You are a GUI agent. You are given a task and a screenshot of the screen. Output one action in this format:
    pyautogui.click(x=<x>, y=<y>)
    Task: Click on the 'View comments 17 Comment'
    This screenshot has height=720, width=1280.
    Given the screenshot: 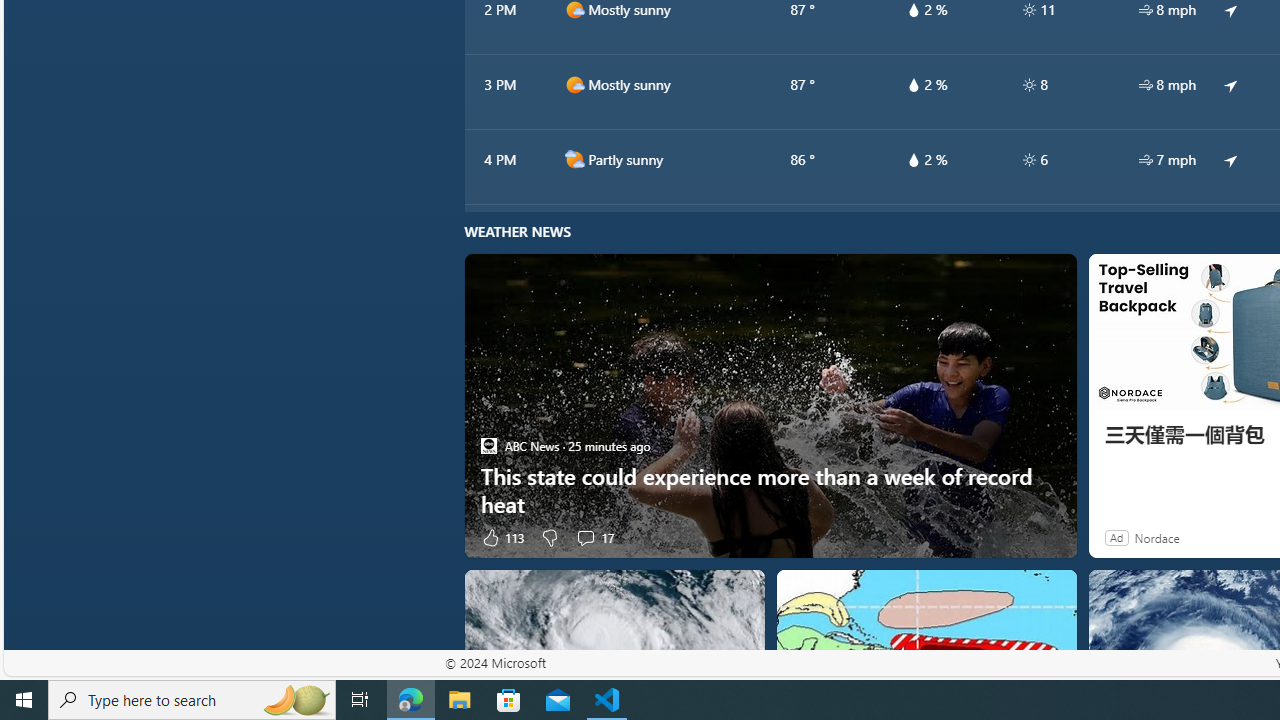 What is the action you would take?
    pyautogui.click(x=593, y=536)
    